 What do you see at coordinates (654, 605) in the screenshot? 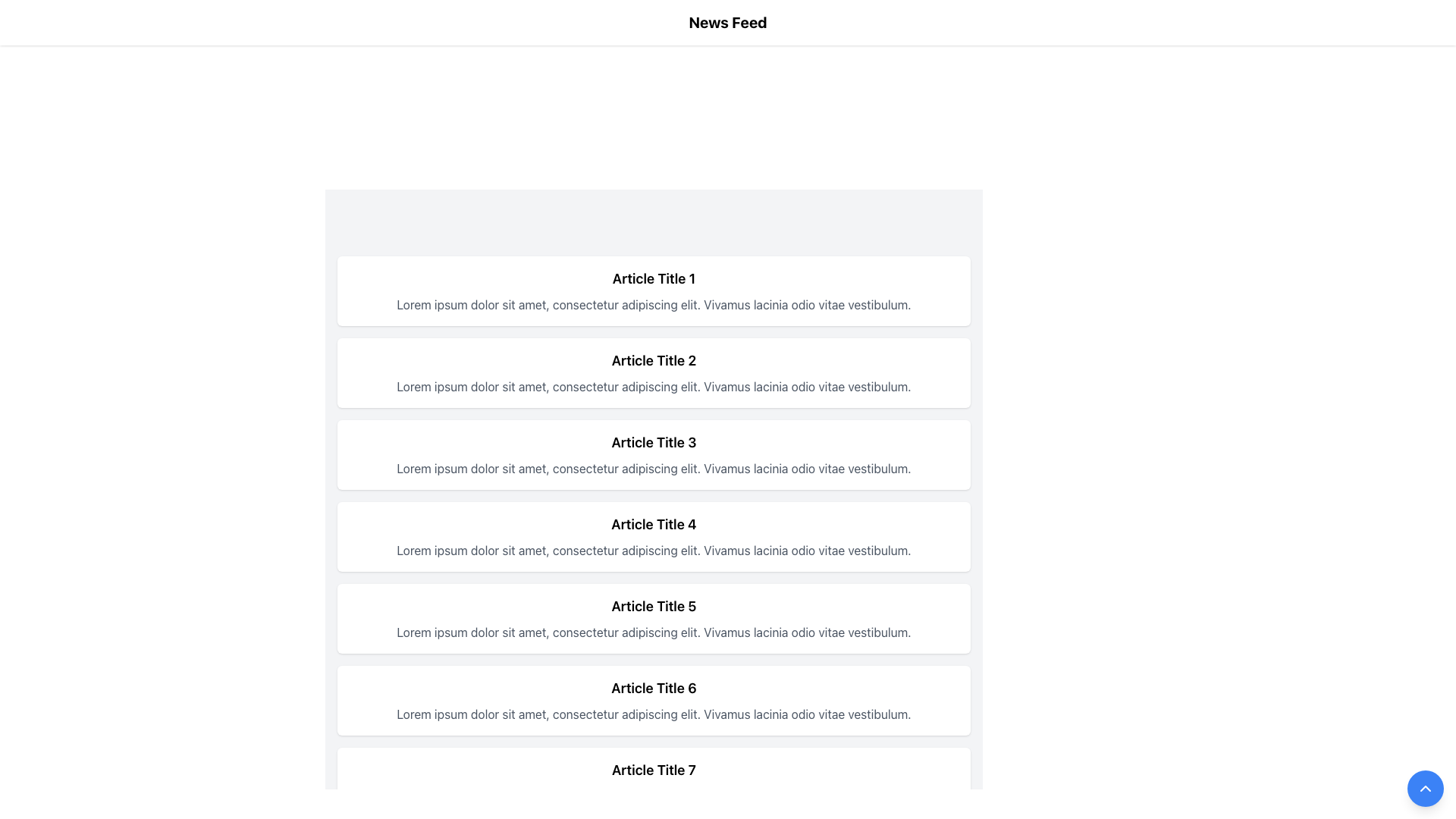
I see `the static text display that shows the title of a specific article in the fifth card of the news feed` at bounding box center [654, 605].